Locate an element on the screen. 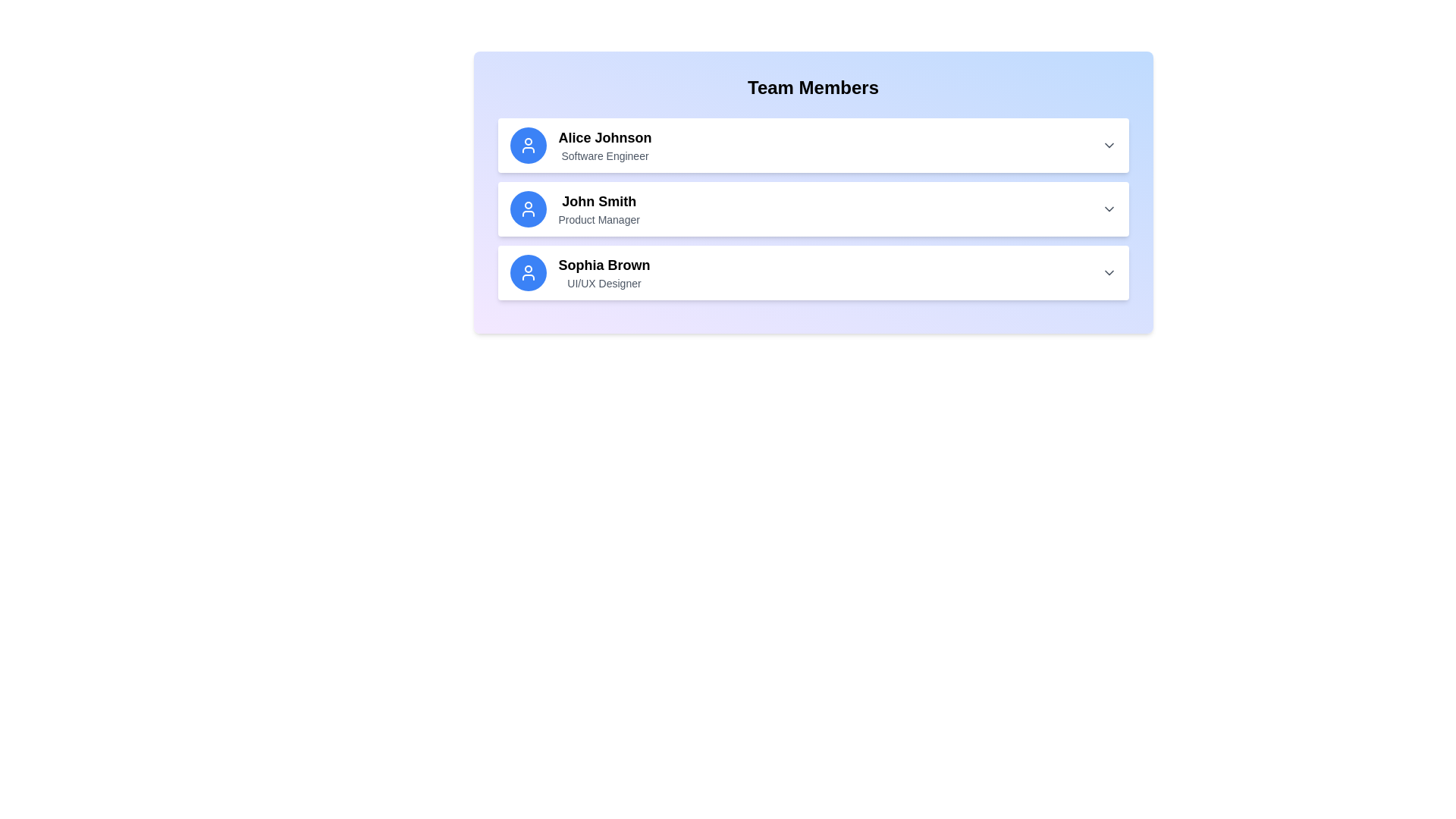 The image size is (1456, 819). displayed information from the profile card representing a team member, located between 'Alice Johnson' and 'Sophia Brown' in the list of team members is located at coordinates (812, 209).